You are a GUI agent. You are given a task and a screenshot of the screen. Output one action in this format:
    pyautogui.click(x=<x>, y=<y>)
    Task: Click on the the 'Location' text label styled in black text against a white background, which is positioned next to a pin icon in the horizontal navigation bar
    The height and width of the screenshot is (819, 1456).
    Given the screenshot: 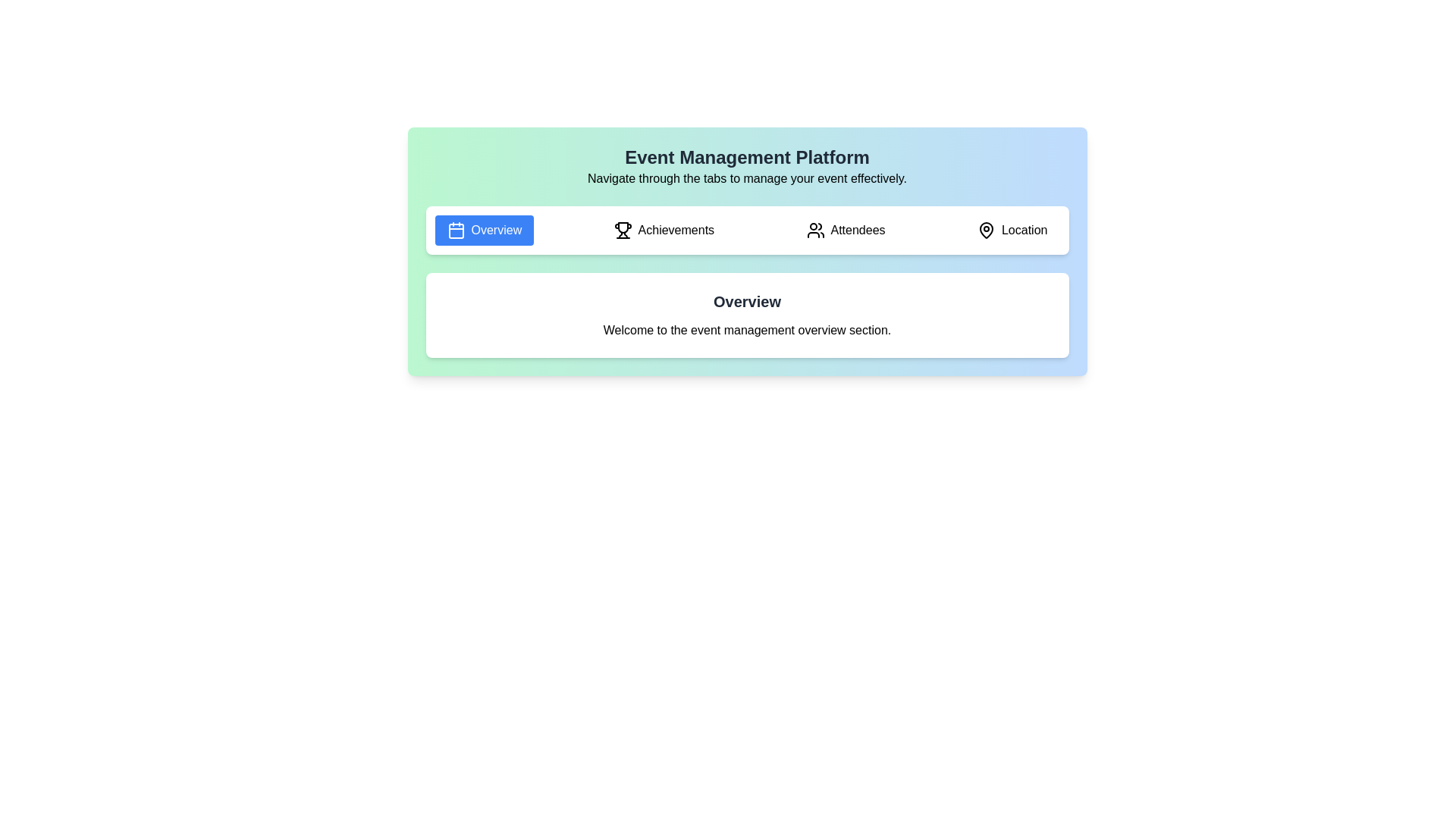 What is the action you would take?
    pyautogui.click(x=1025, y=231)
    